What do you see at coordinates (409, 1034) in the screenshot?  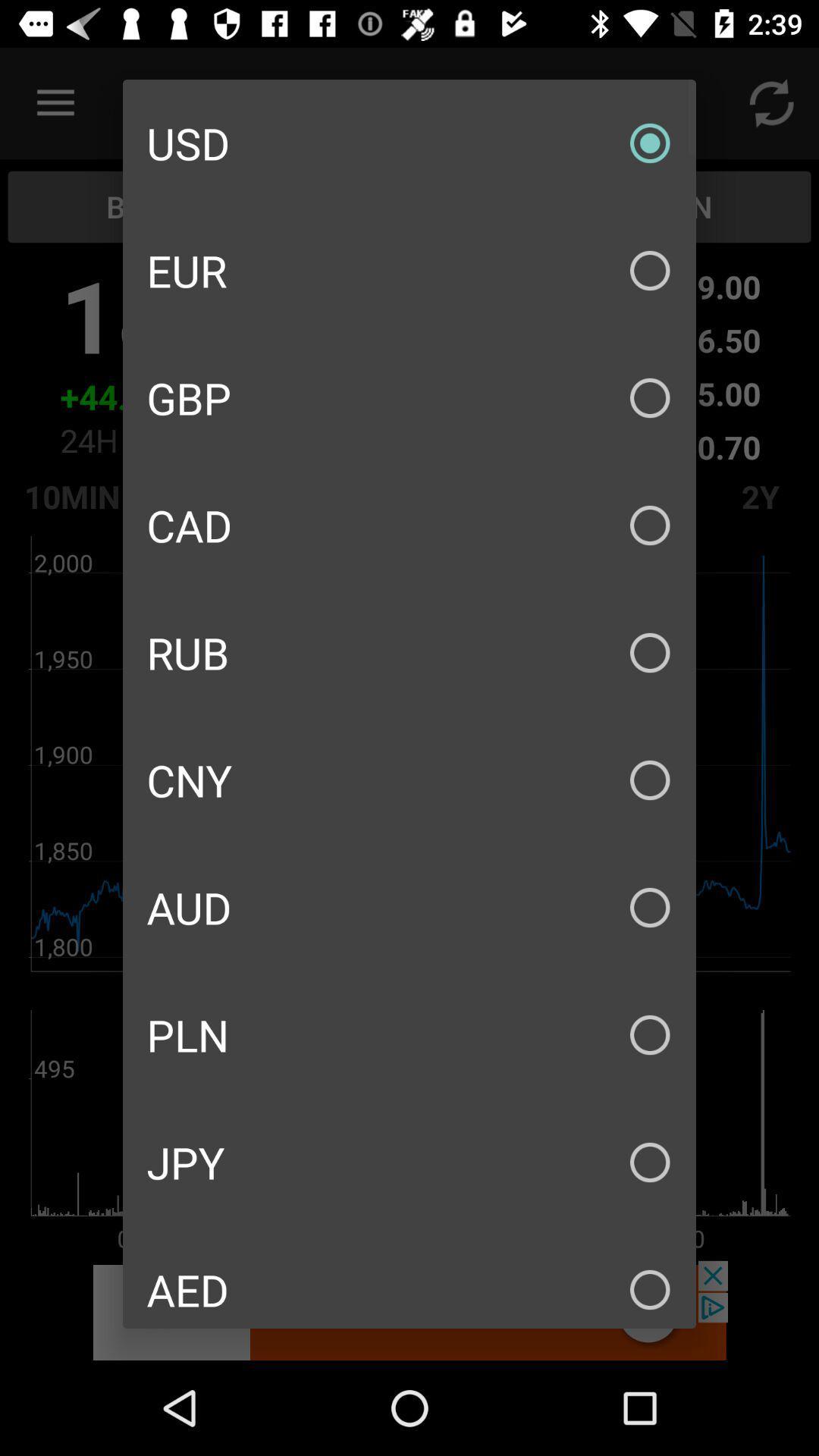 I see `item above the jpy item` at bounding box center [409, 1034].